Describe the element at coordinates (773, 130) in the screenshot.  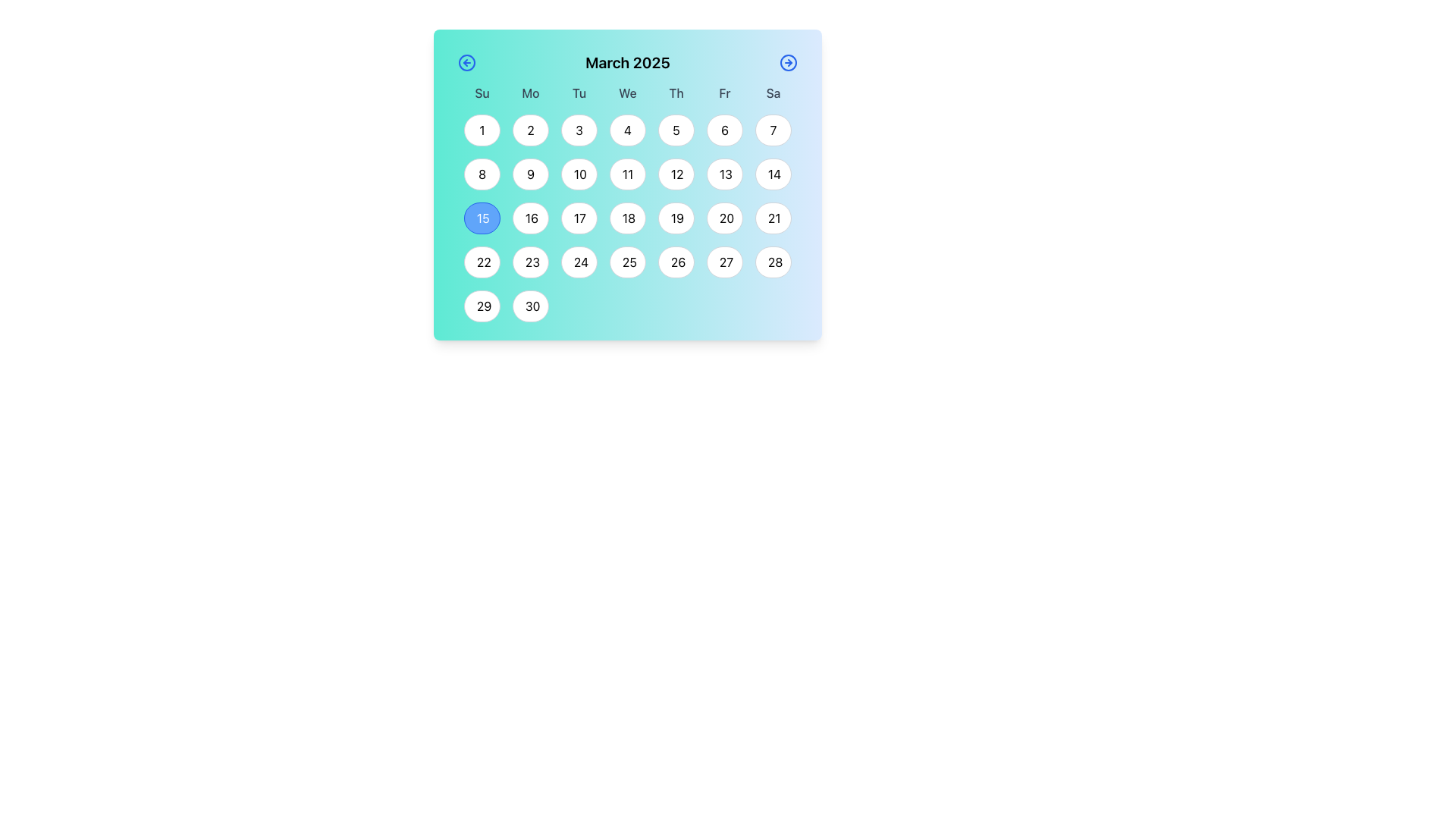
I see `the selectable date button '7' in the calendar layout` at that location.